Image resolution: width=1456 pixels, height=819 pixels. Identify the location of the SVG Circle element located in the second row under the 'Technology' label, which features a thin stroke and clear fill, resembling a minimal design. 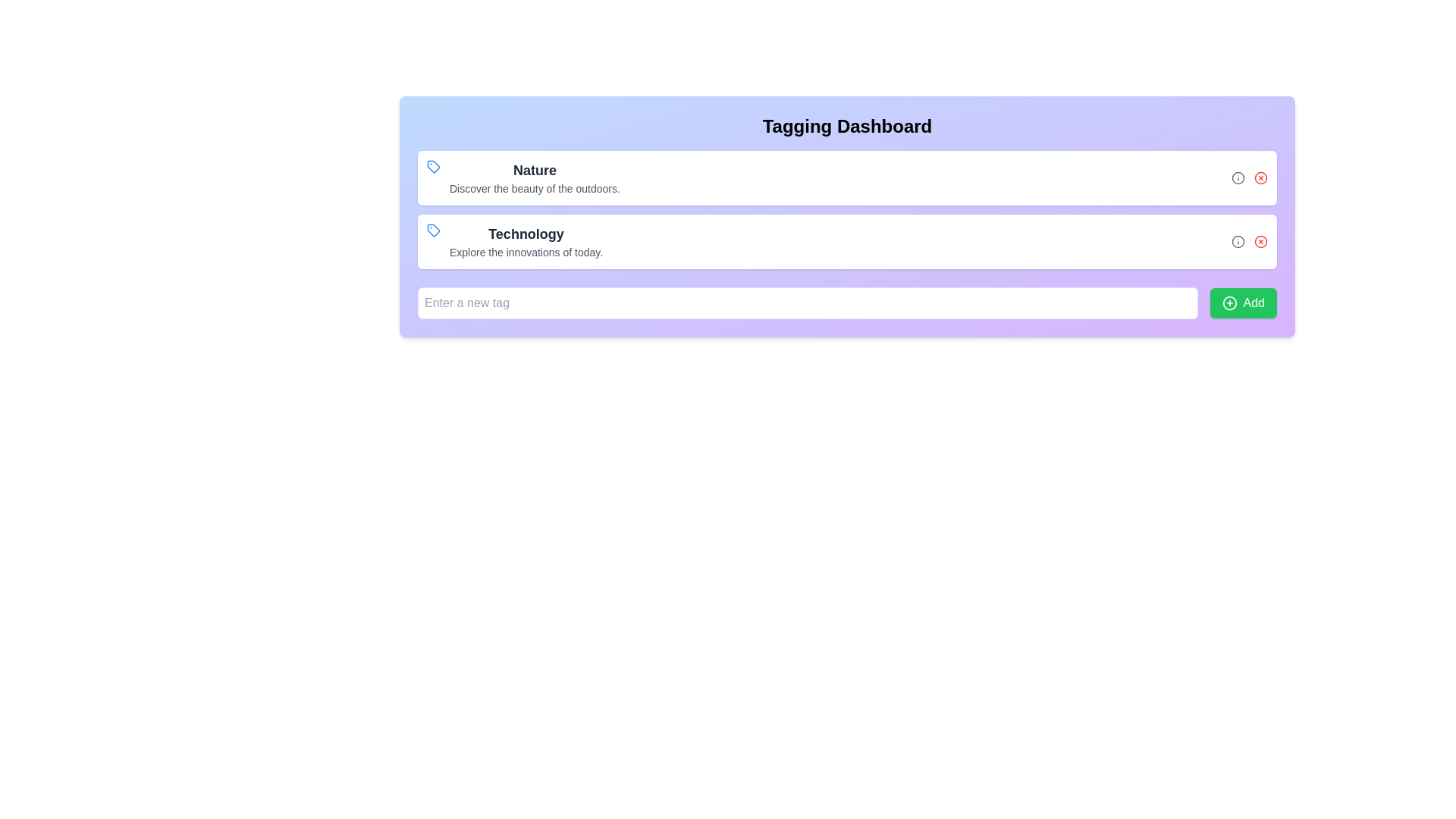
(1238, 241).